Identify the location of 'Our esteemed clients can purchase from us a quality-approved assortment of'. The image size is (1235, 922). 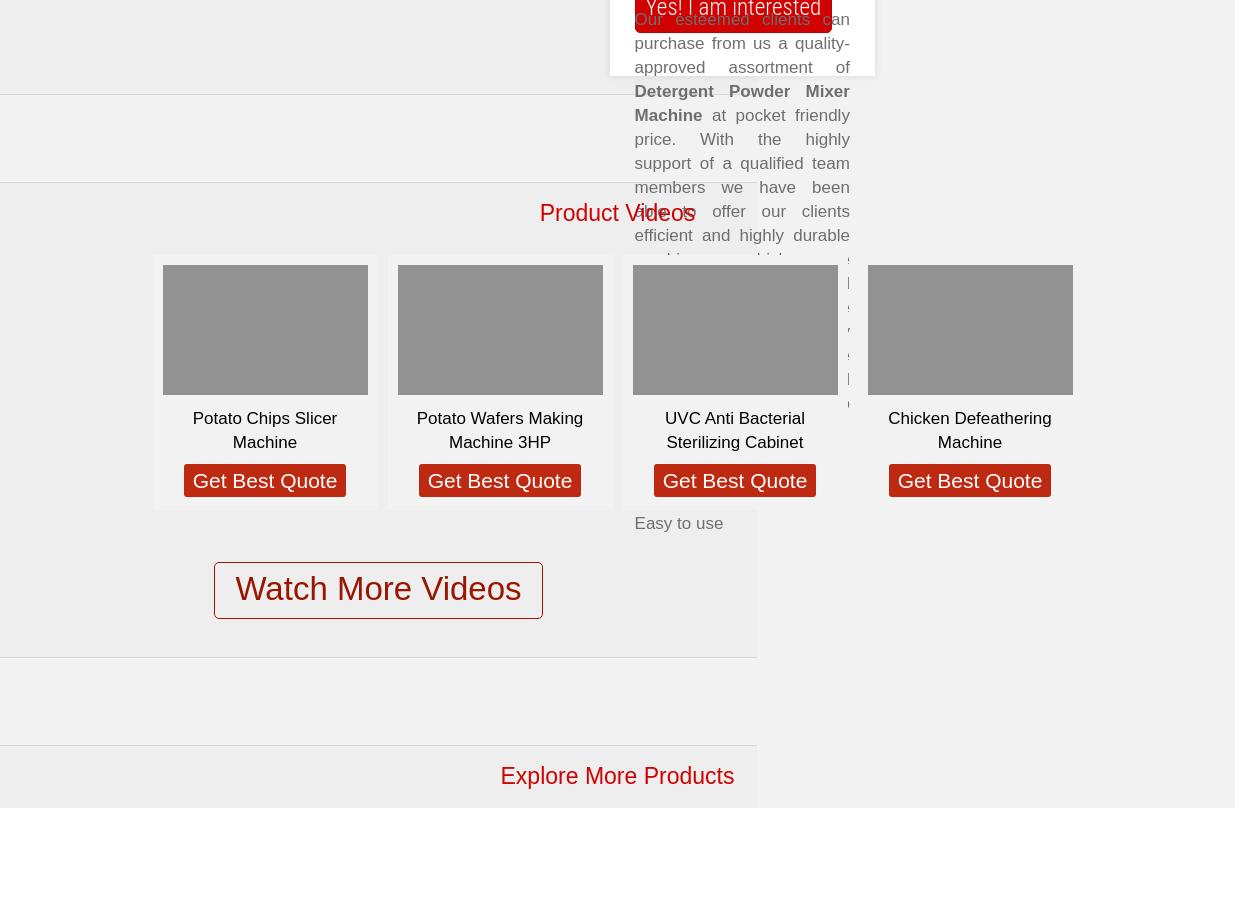
(741, 43).